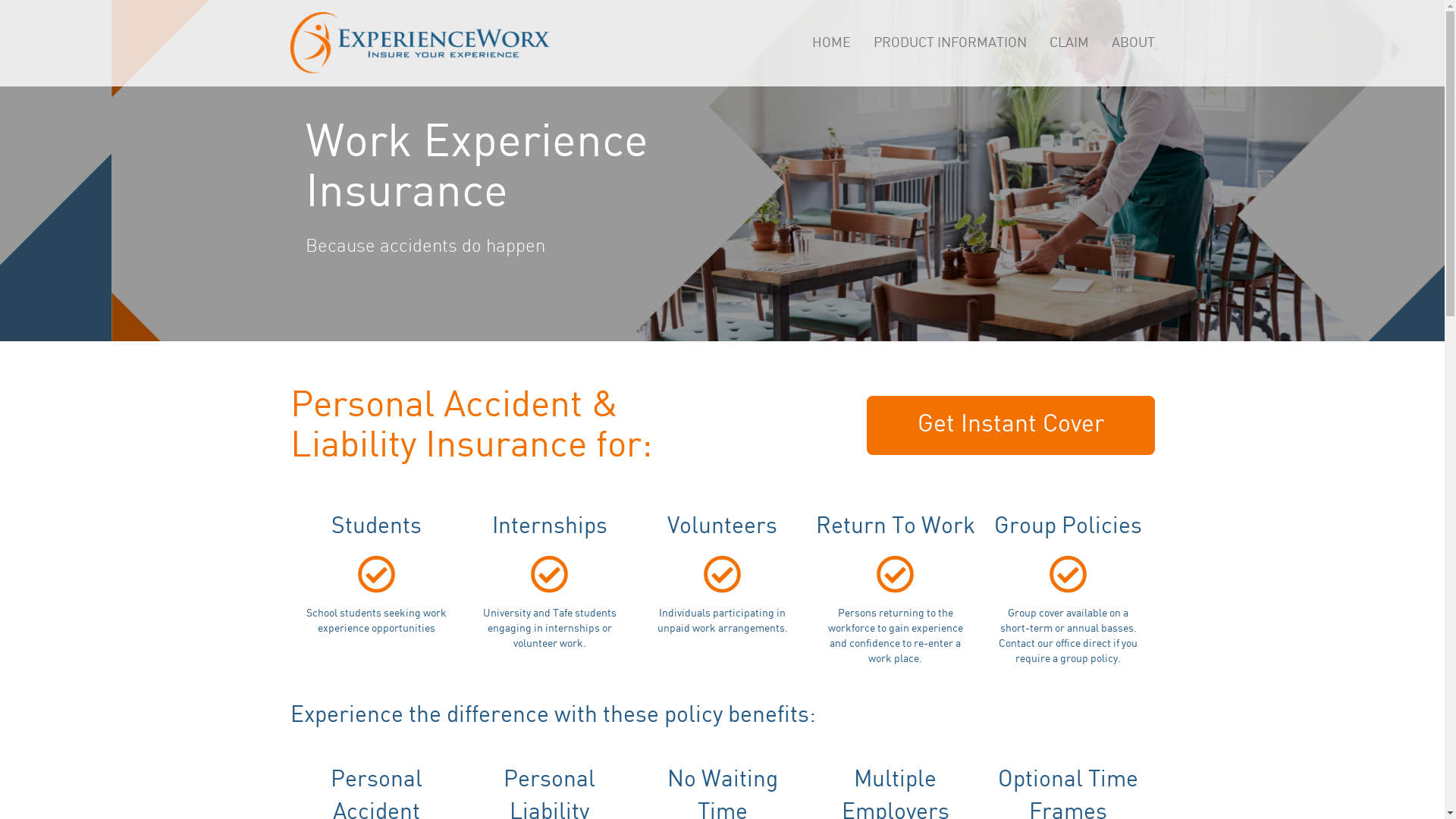 This screenshot has height=819, width=1456. What do you see at coordinates (830, 42) in the screenshot?
I see `'HOME'` at bounding box center [830, 42].